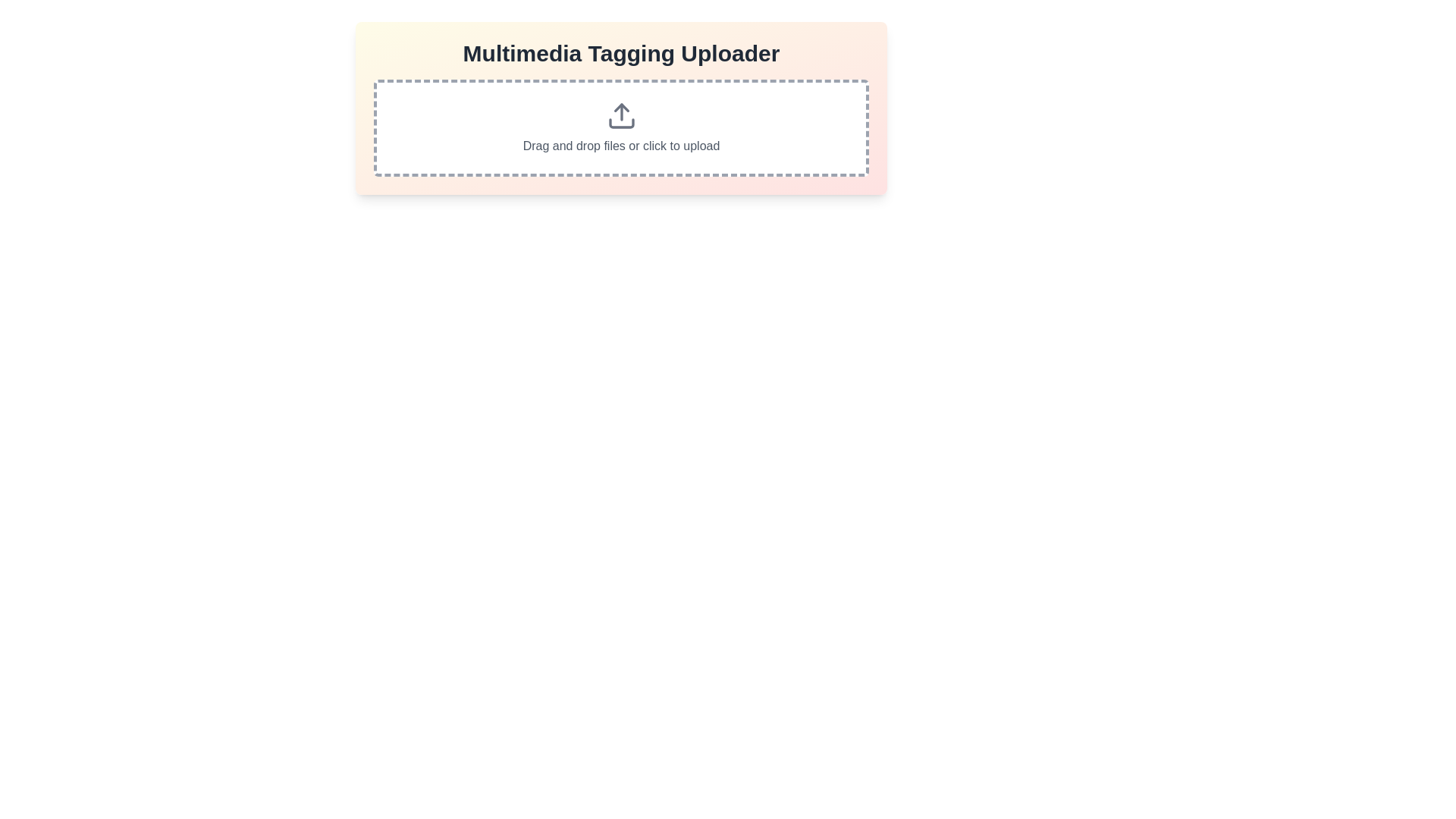 This screenshot has width=1456, height=819. I want to click on the upload icon, which is a gray arrow pointing upward into a tray, located above the text 'Drag and drop files or click to upload' in the uploader section, so click(621, 115).